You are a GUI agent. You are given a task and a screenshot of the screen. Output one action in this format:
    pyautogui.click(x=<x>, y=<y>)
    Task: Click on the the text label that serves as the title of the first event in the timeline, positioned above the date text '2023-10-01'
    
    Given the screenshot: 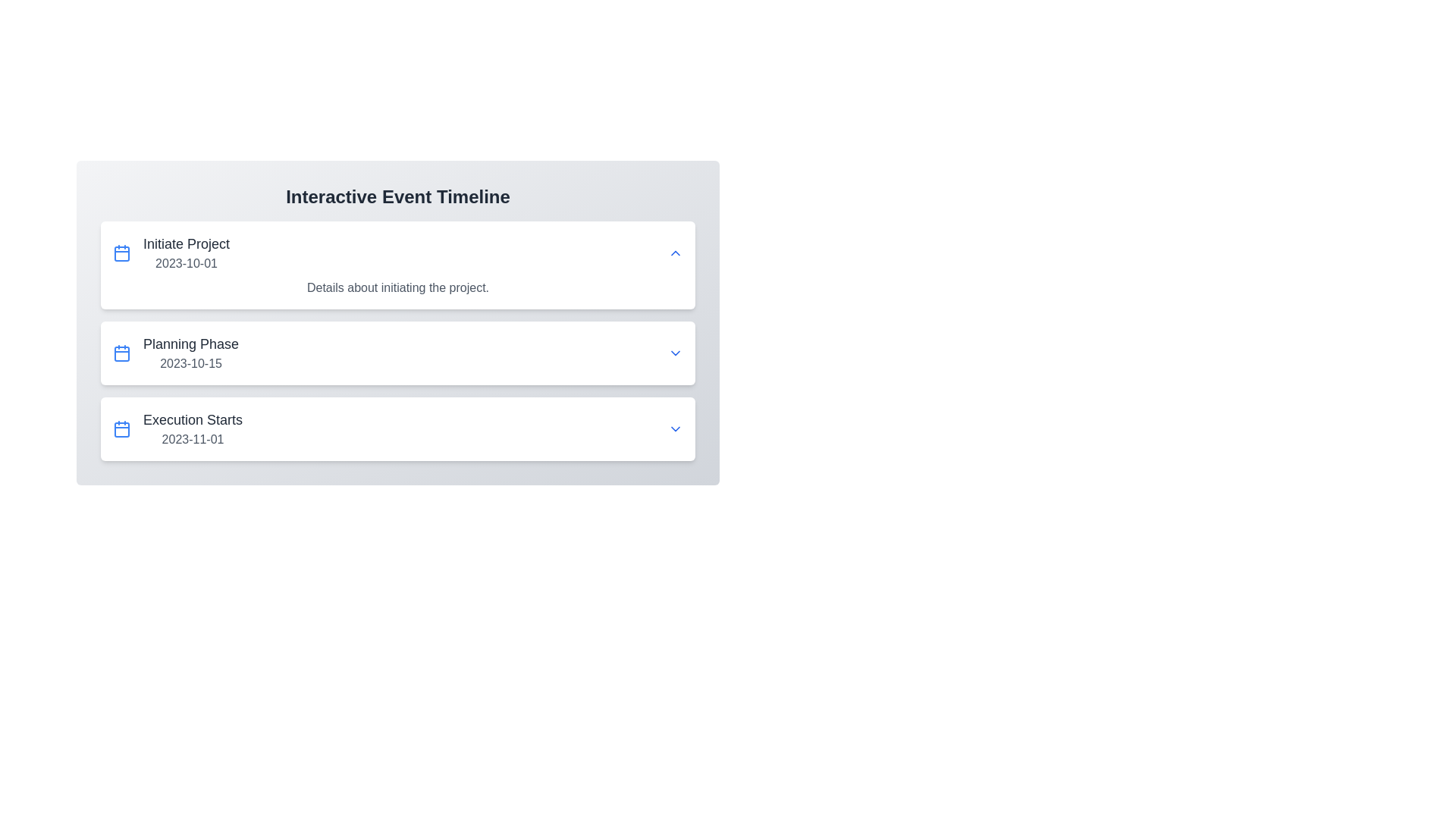 What is the action you would take?
    pyautogui.click(x=185, y=243)
    